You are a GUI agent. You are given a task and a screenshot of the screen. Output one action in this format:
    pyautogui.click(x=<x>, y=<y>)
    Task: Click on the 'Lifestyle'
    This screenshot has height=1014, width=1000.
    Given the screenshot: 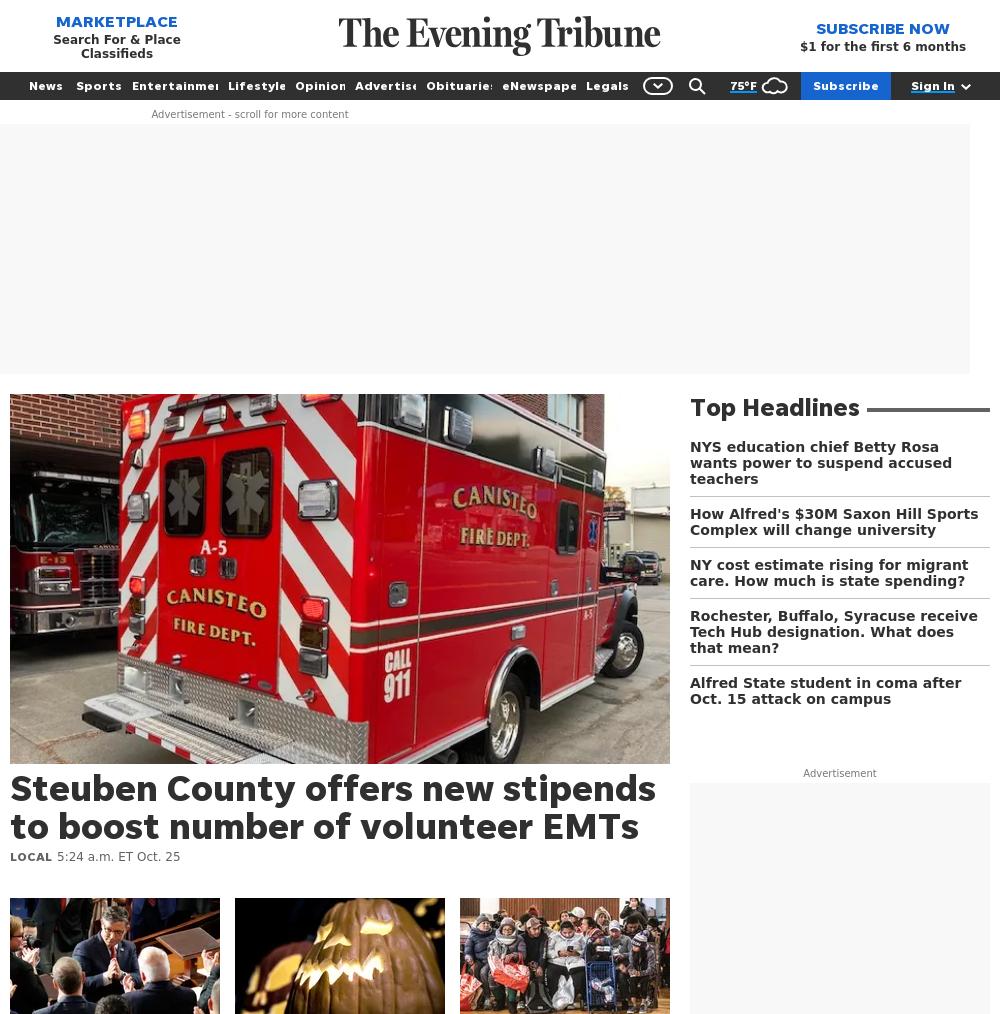 What is the action you would take?
    pyautogui.click(x=227, y=84)
    